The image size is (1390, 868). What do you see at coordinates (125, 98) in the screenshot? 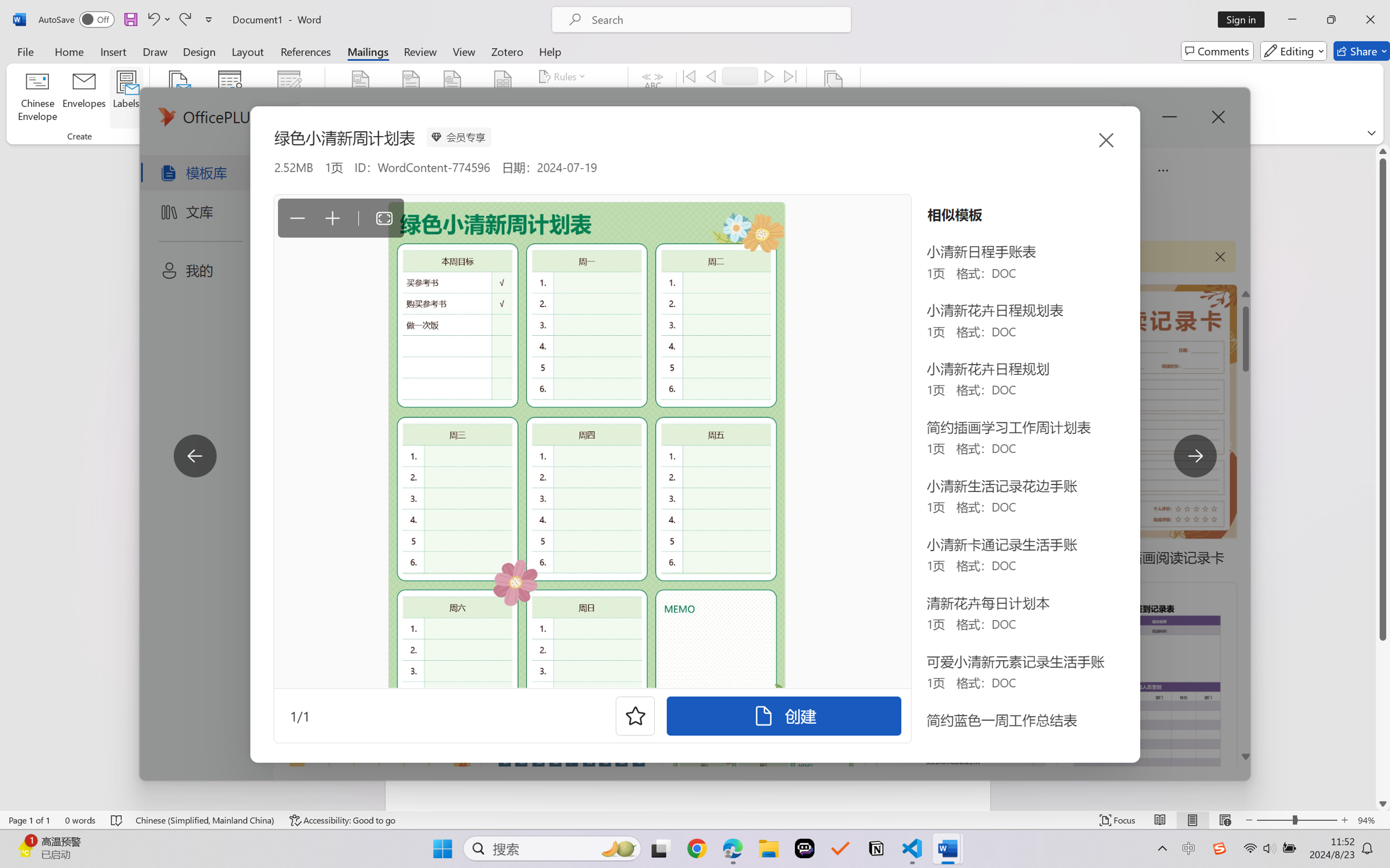
I see `'Labels...'` at bounding box center [125, 98].